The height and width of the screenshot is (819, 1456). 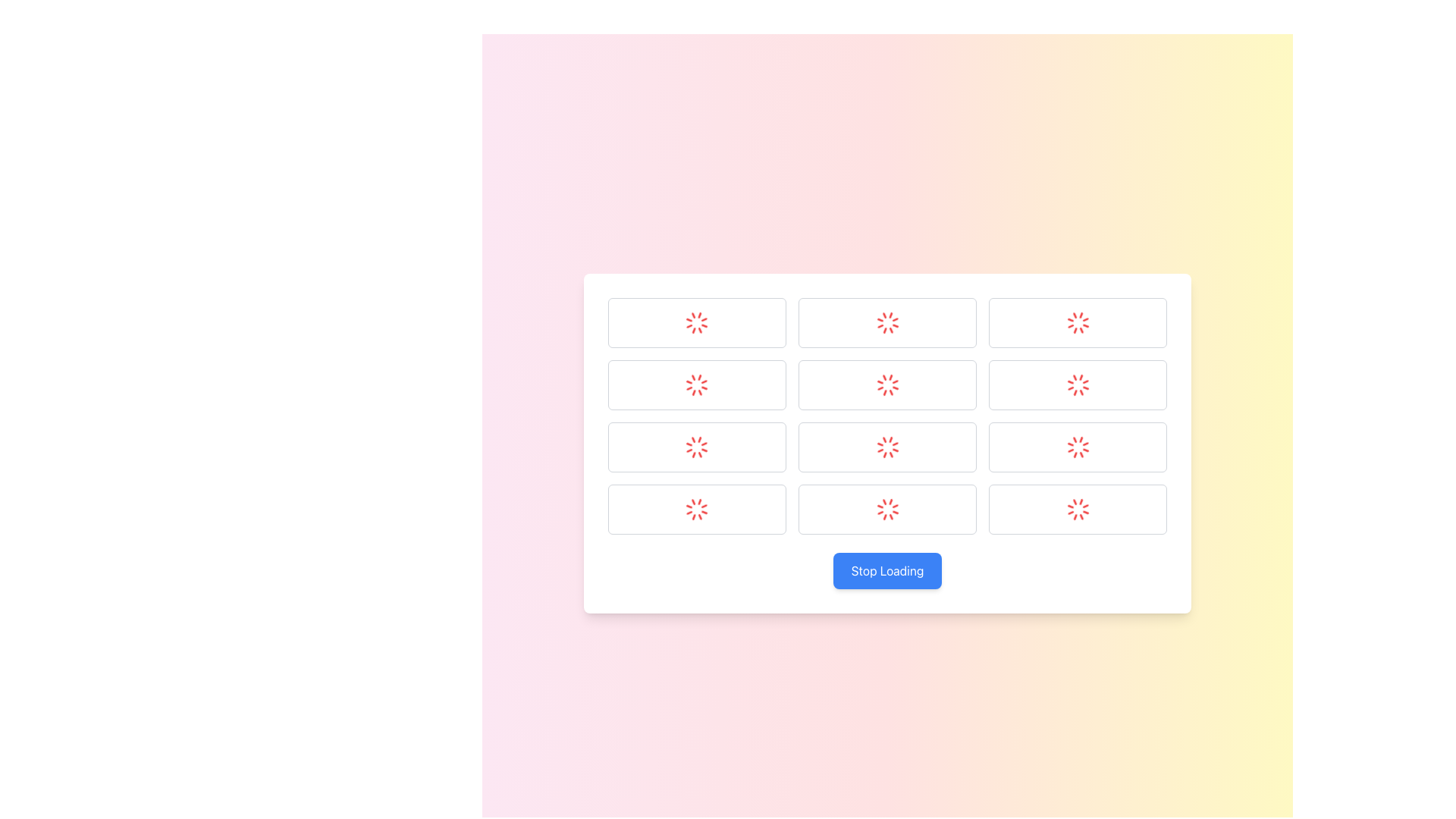 What do you see at coordinates (887, 509) in the screenshot?
I see `the spinning animation of the red-colored loader icon, which is the ninth item in a grid of spinner icons within a white card` at bounding box center [887, 509].